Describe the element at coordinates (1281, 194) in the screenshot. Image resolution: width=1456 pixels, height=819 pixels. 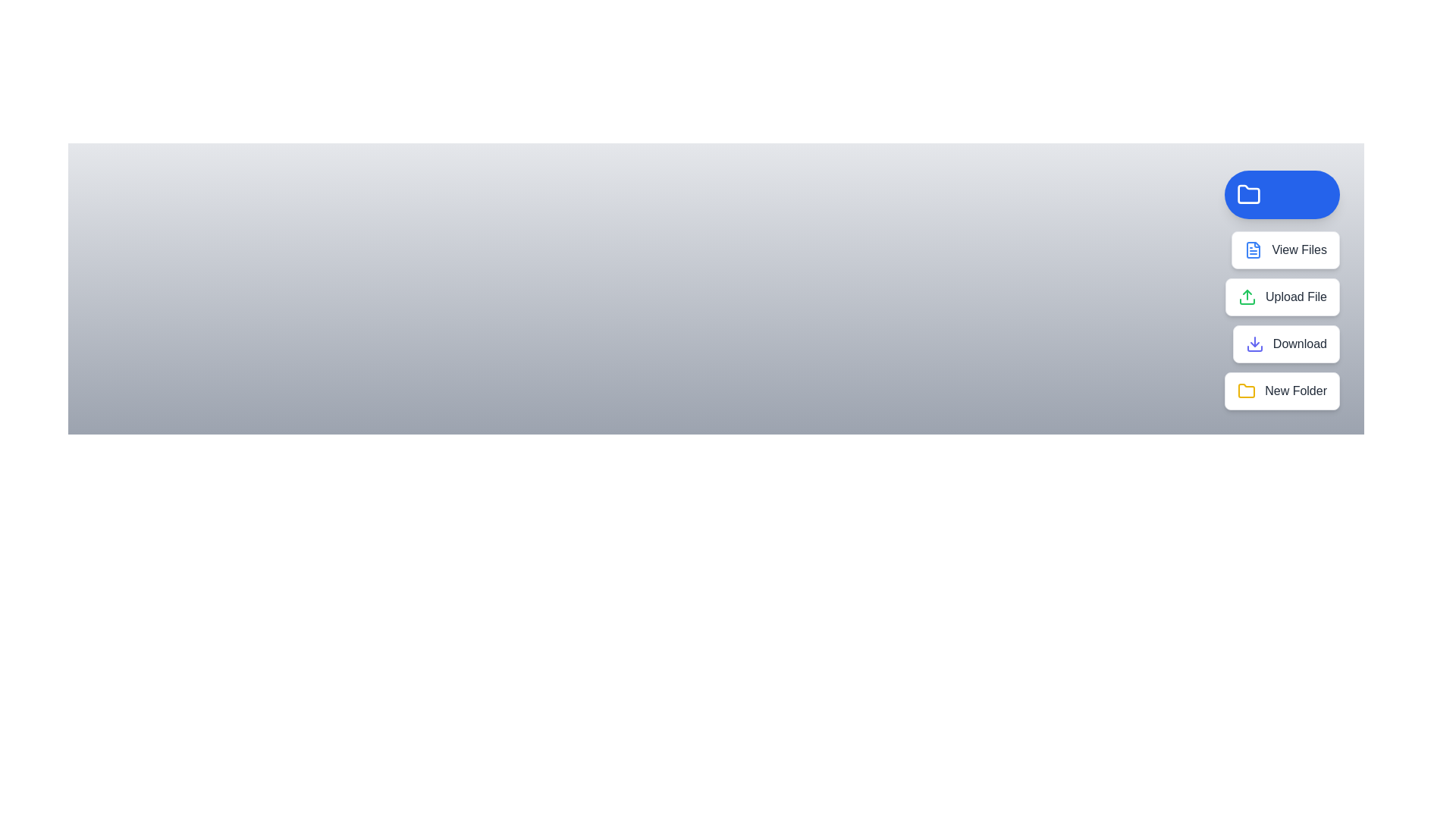
I see `the main button to toggle the menu` at that location.